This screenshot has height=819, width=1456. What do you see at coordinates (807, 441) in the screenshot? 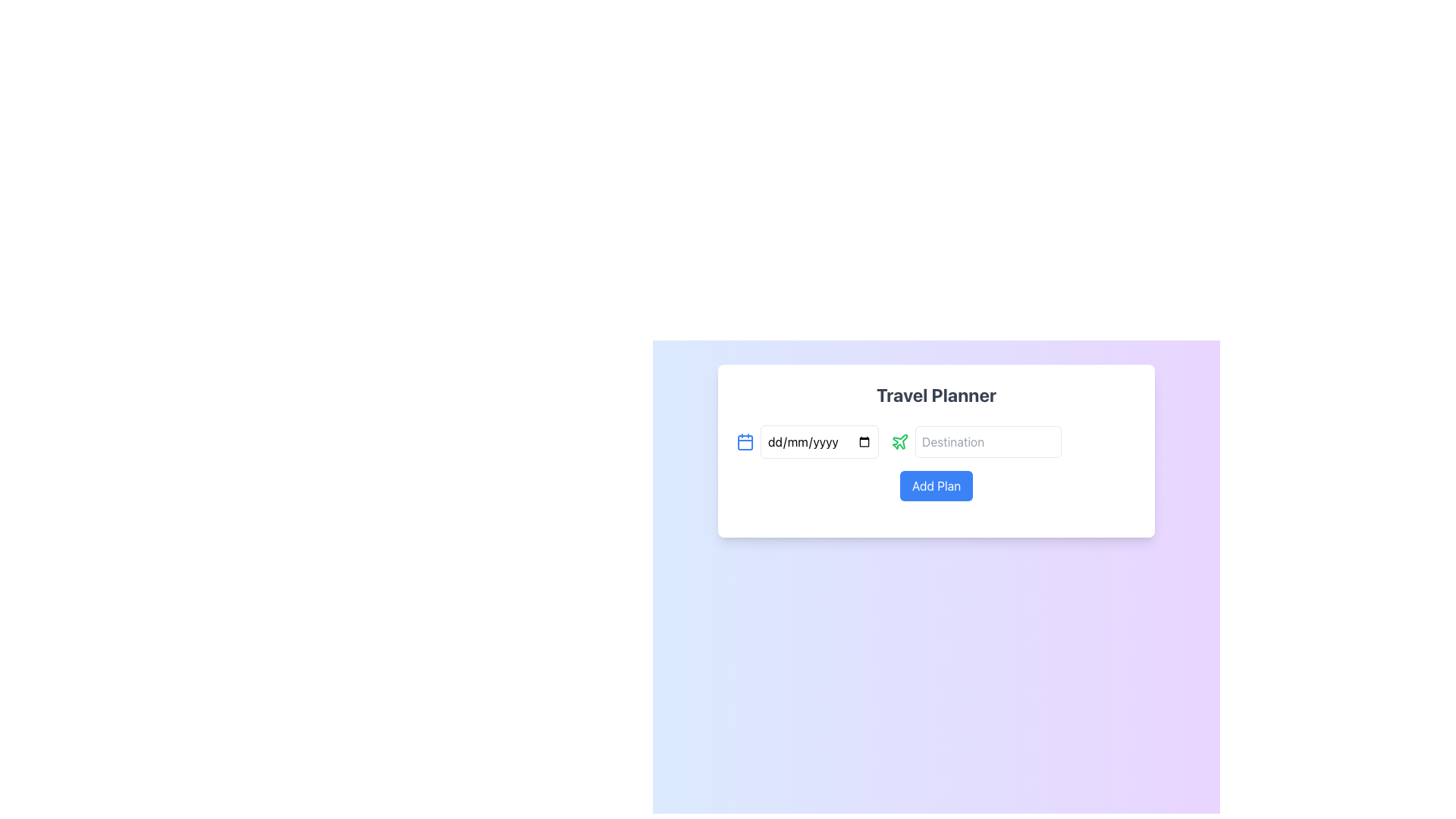
I see `the date picker input field located on the leftmost side of a horizontal group of elements` at bounding box center [807, 441].